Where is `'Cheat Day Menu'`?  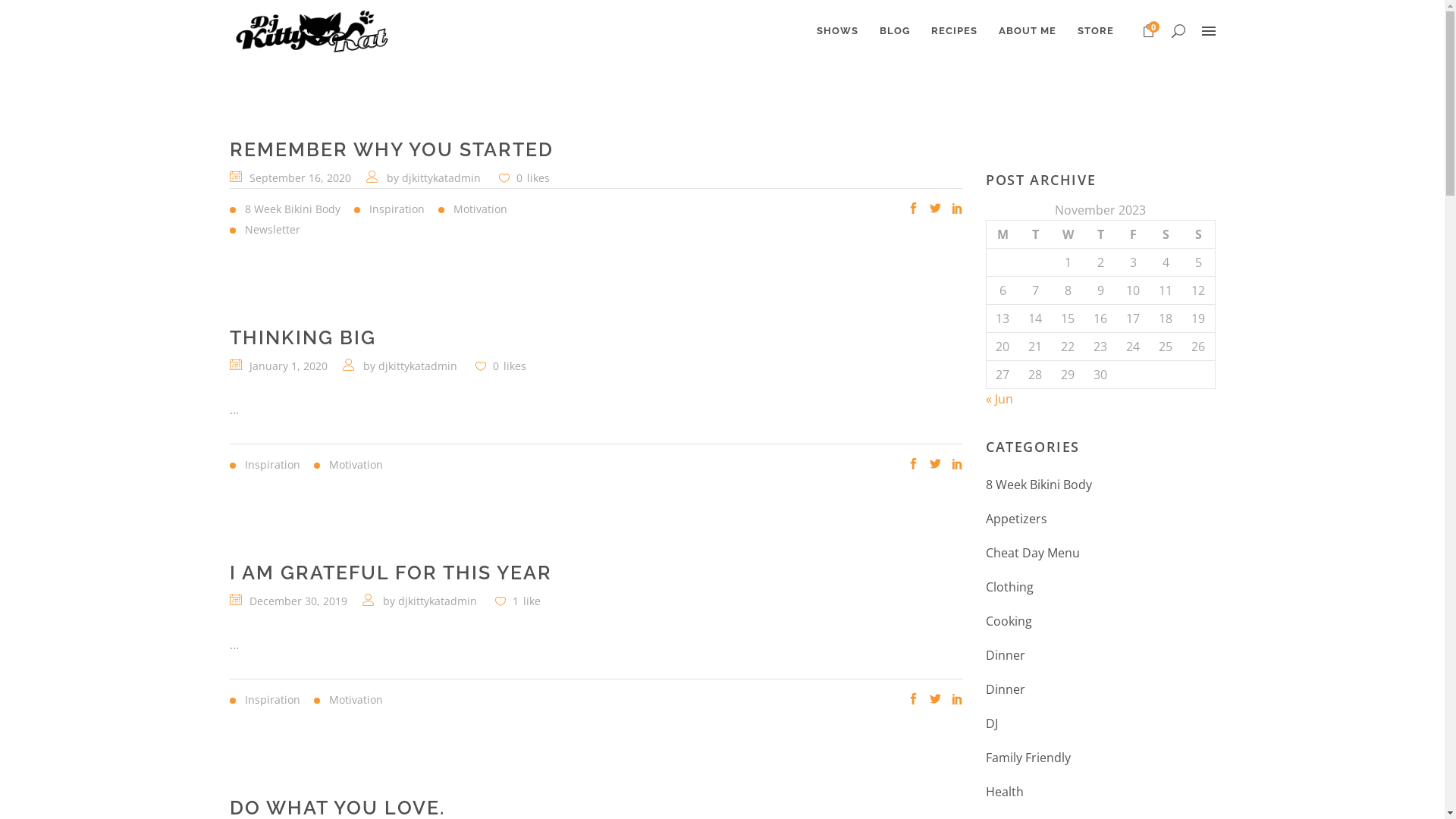
'Cheat Day Menu' is located at coordinates (986, 553).